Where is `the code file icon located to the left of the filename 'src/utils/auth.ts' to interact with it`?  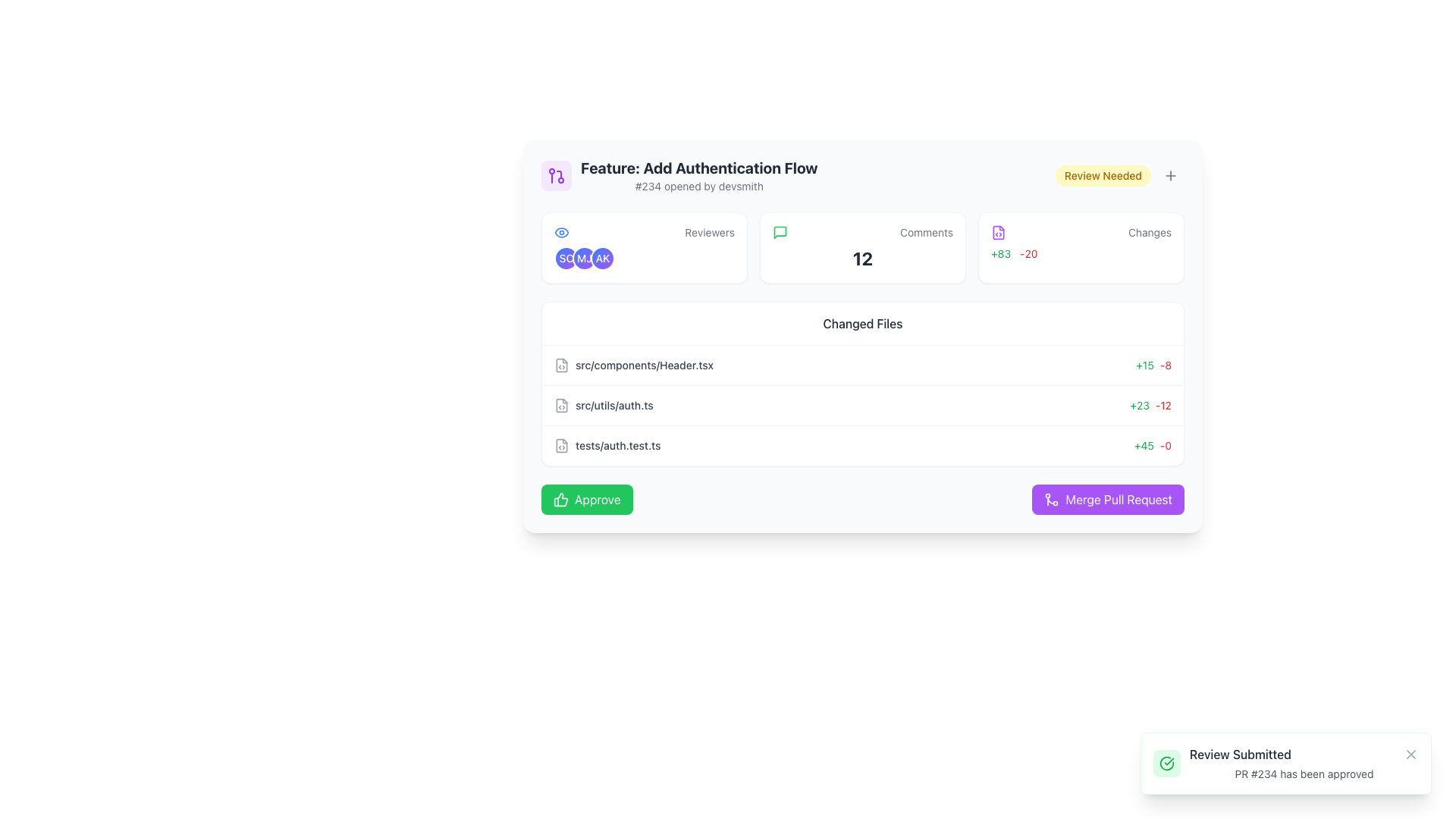 the code file icon located to the left of the filename 'src/utils/auth.ts' to interact with it is located at coordinates (560, 405).